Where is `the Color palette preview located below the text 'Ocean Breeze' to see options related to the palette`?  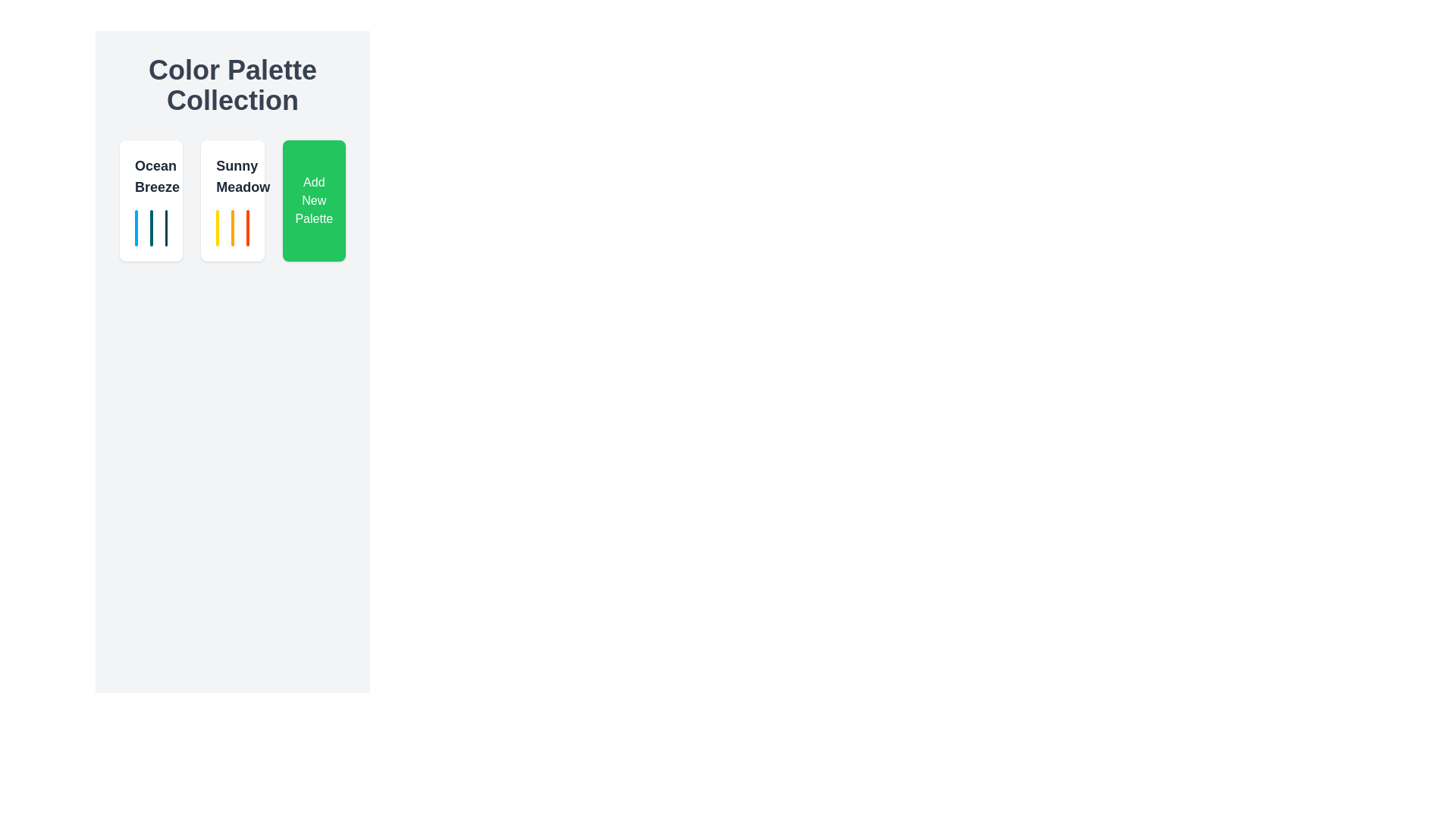
the Color palette preview located below the text 'Ocean Breeze' to see options related to the palette is located at coordinates (151, 227).